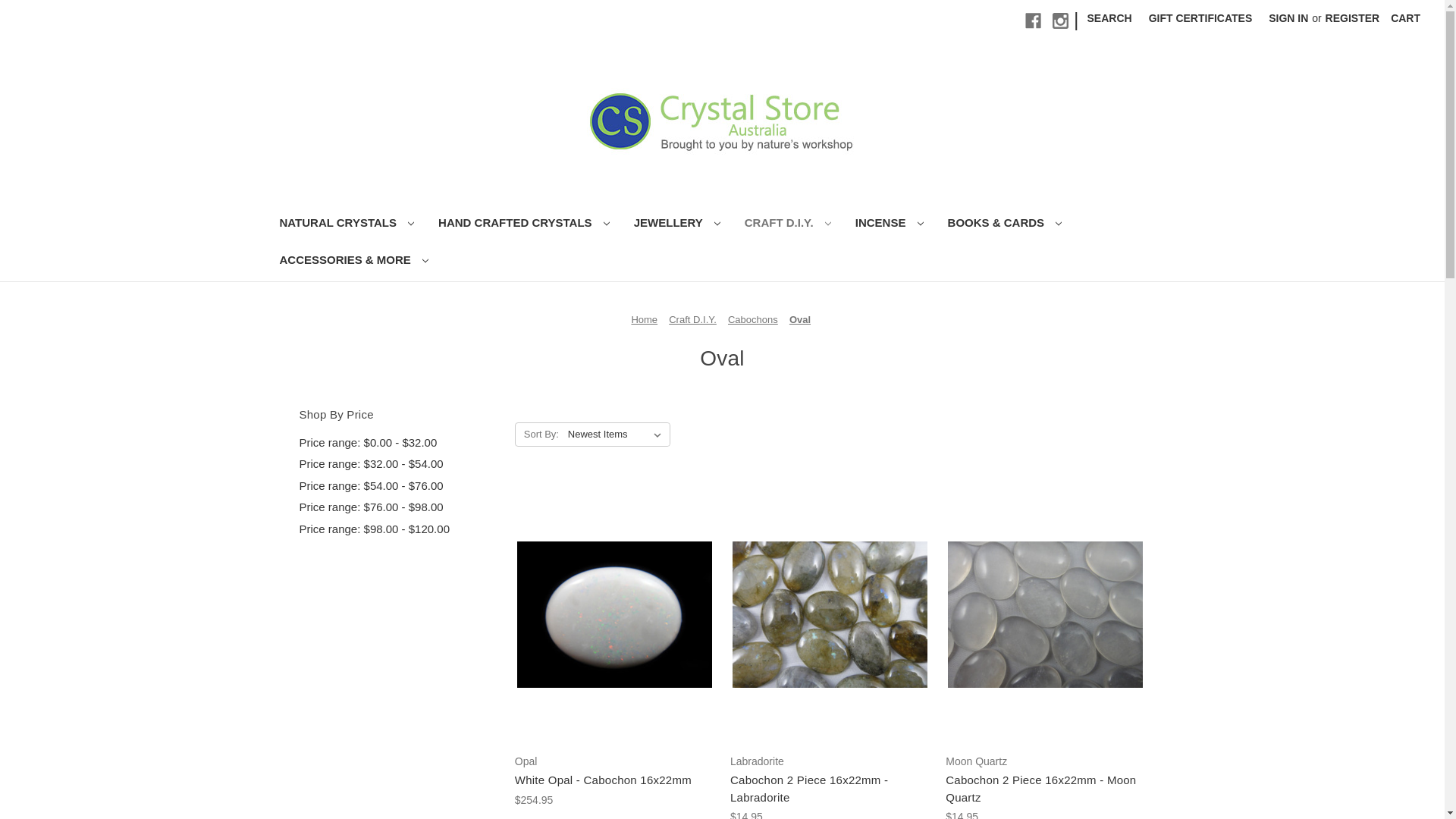  What do you see at coordinates (843, 224) in the screenshot?
I see `'INCENSE'` at bounding box center [843, 224].